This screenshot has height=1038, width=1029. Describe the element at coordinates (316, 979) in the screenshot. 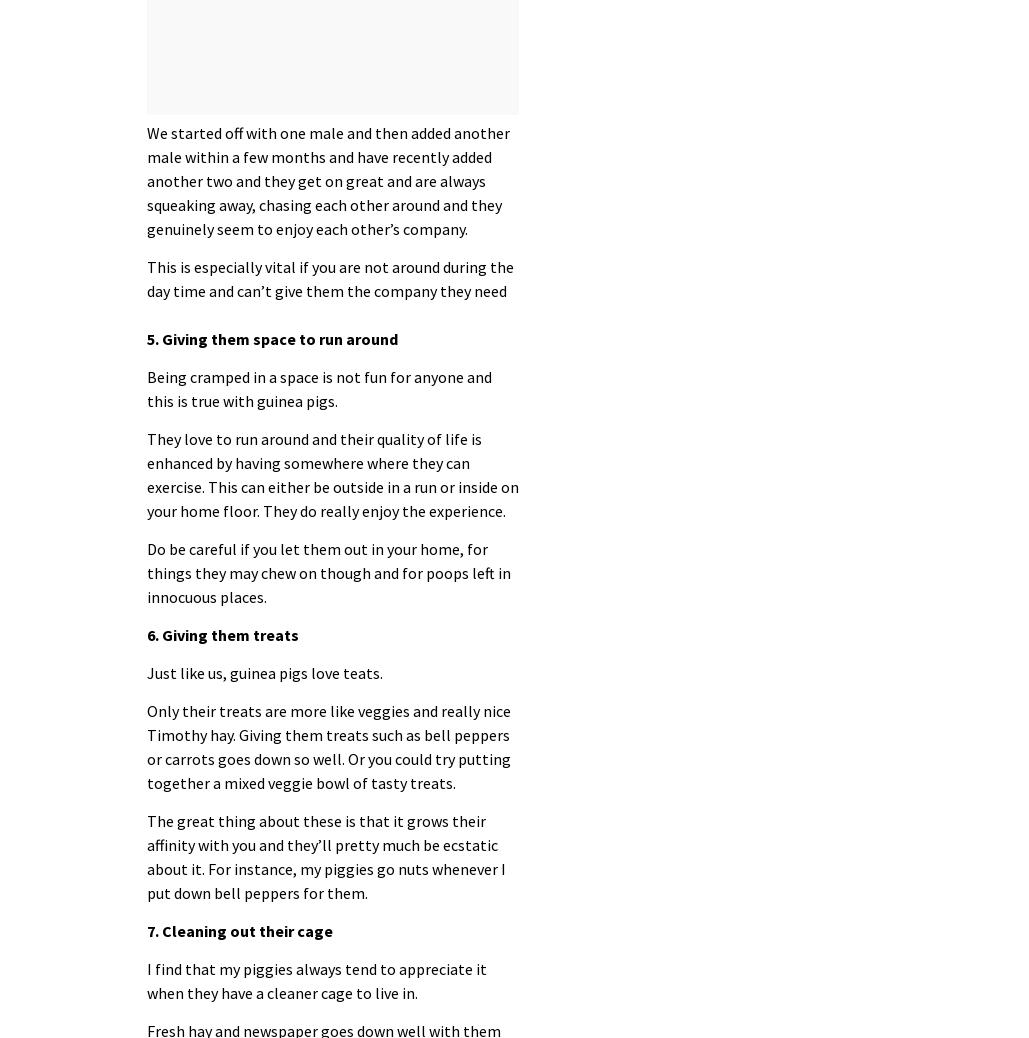

I see `'I find that my piggies always tend to appreciate it when they have a cleaner cage to live in.'` at that location.